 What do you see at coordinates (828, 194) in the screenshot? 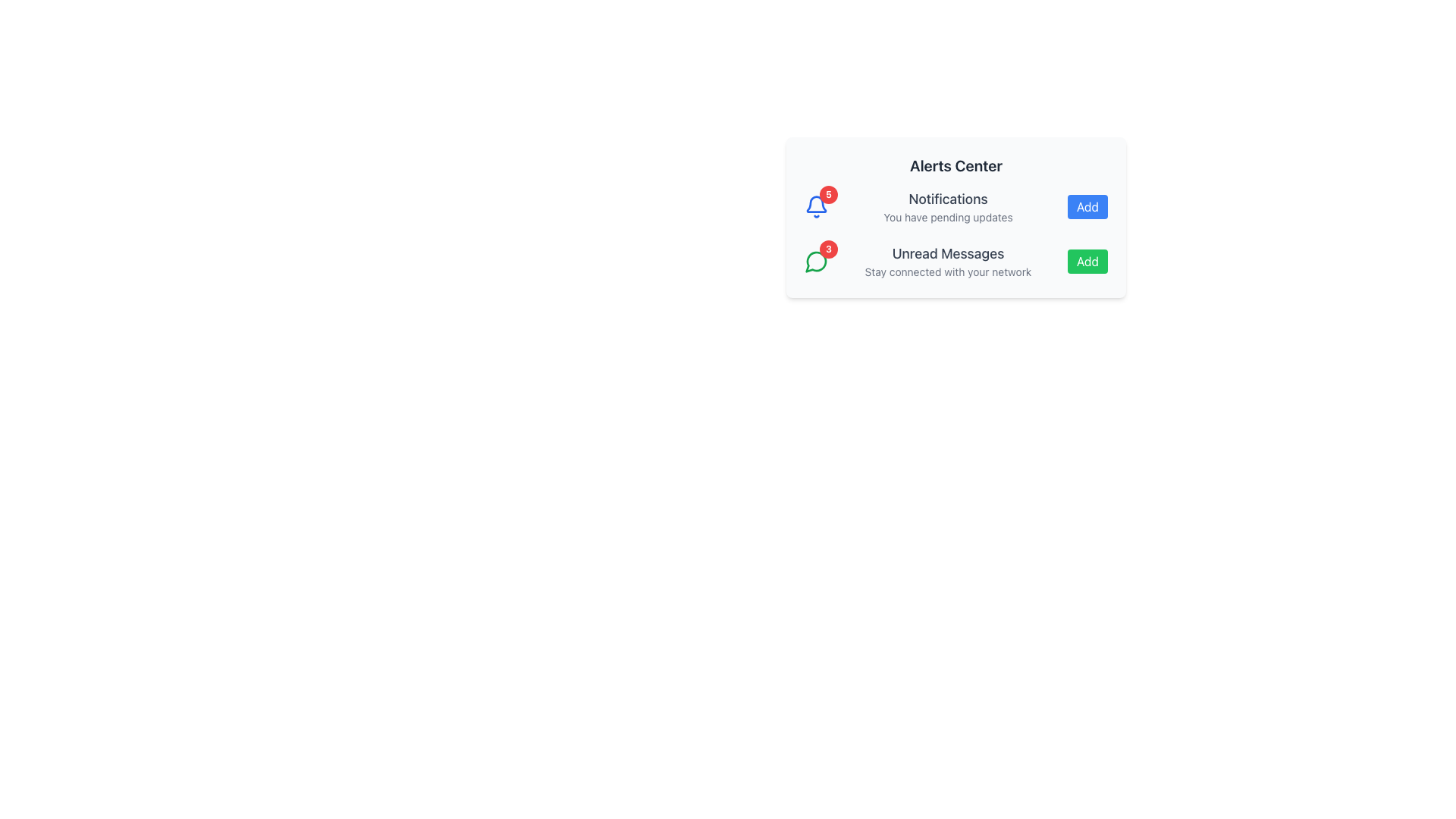
I see `the Notification badge, a small circular badge with a red background and the number '5' in white text, located at the top-right corner of the notification bell icon` at bounding box center [828, 194].